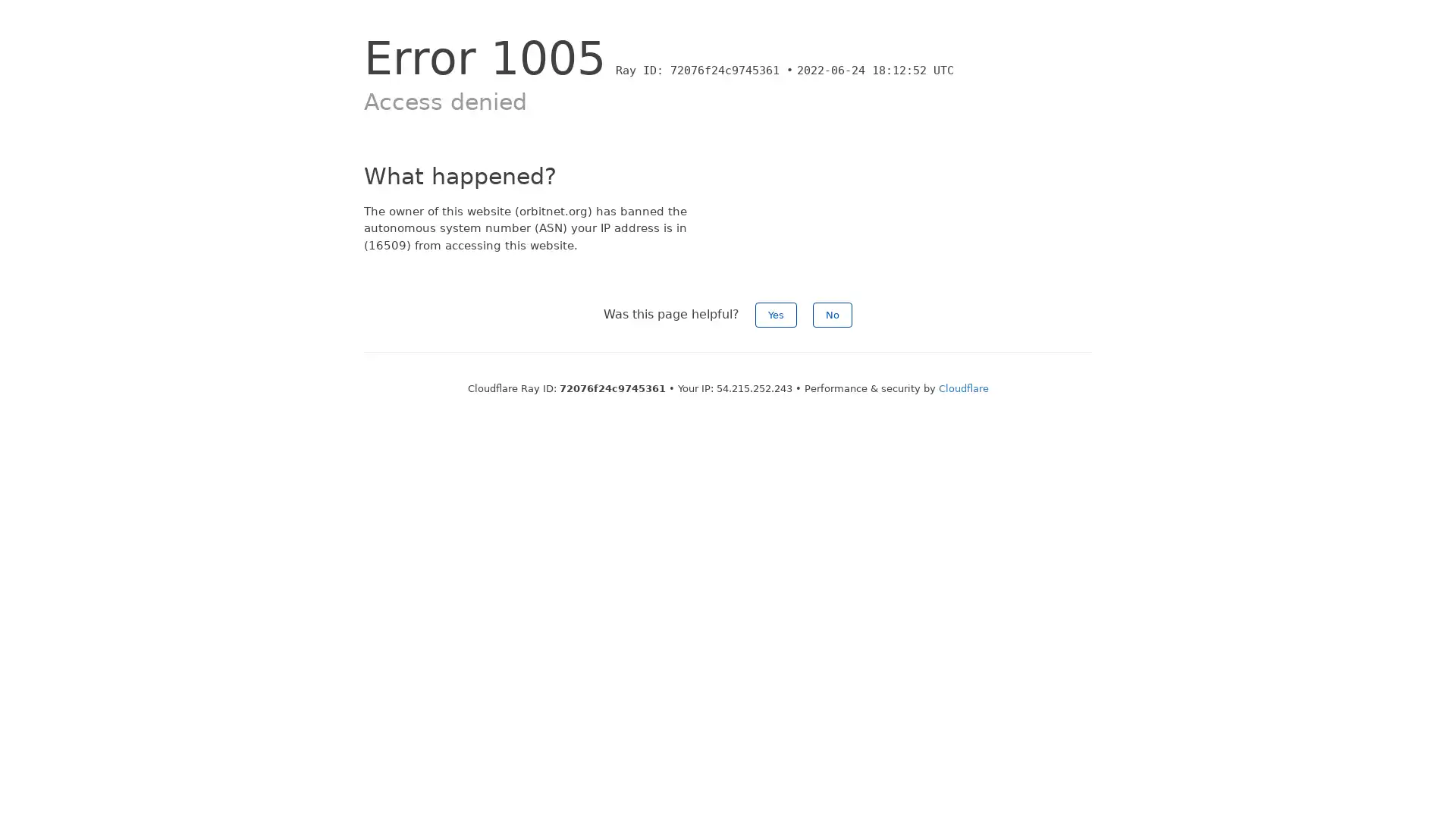 The height and width of the screenshot is (819, 1456). What do you see at coordinates (832, 314) in the screenshot?
I see `No` at bounding box center [832, 314].